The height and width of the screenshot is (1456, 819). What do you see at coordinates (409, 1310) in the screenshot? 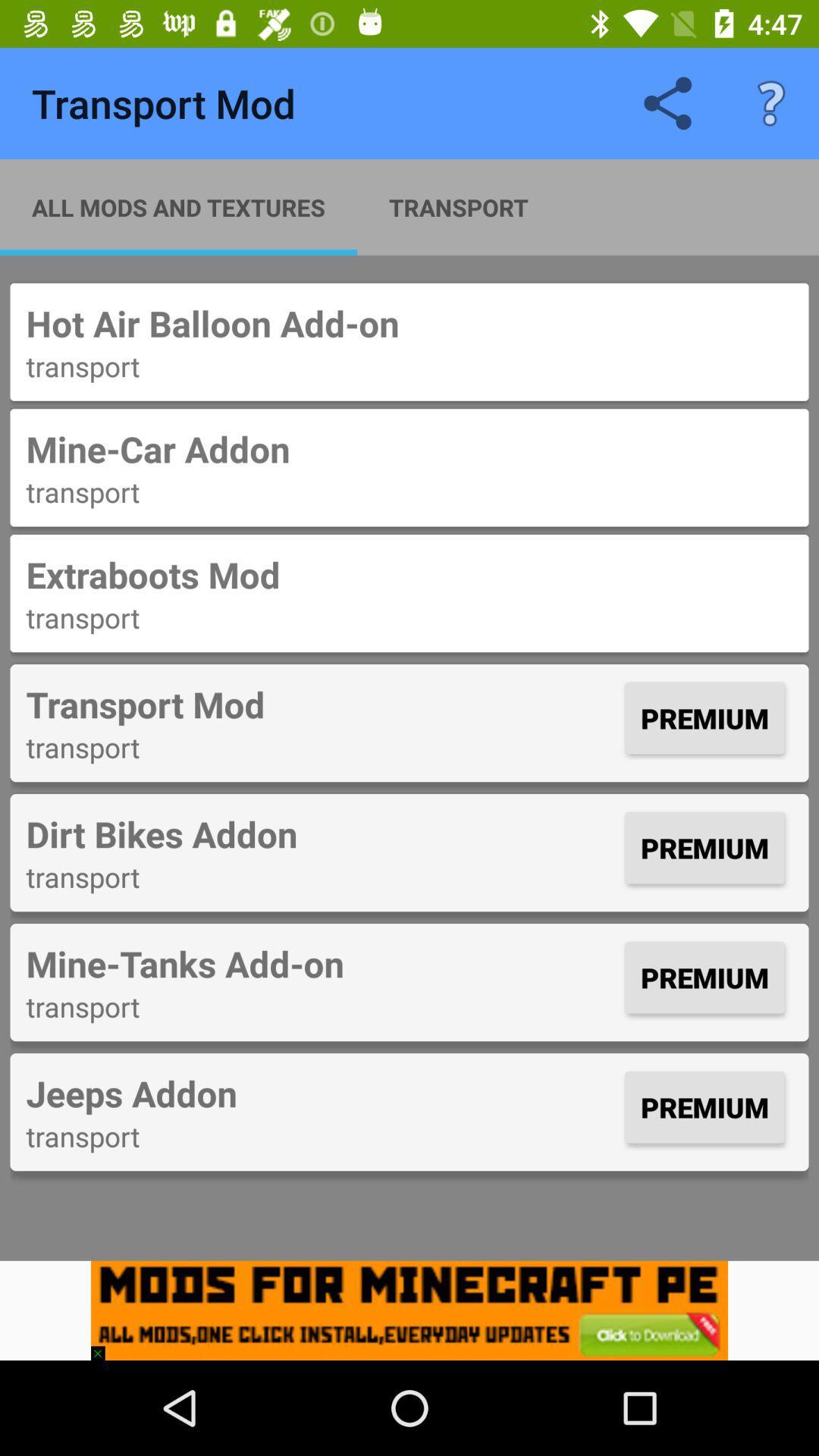
I see `the item below the transport` at bounding box center [409, 1310].